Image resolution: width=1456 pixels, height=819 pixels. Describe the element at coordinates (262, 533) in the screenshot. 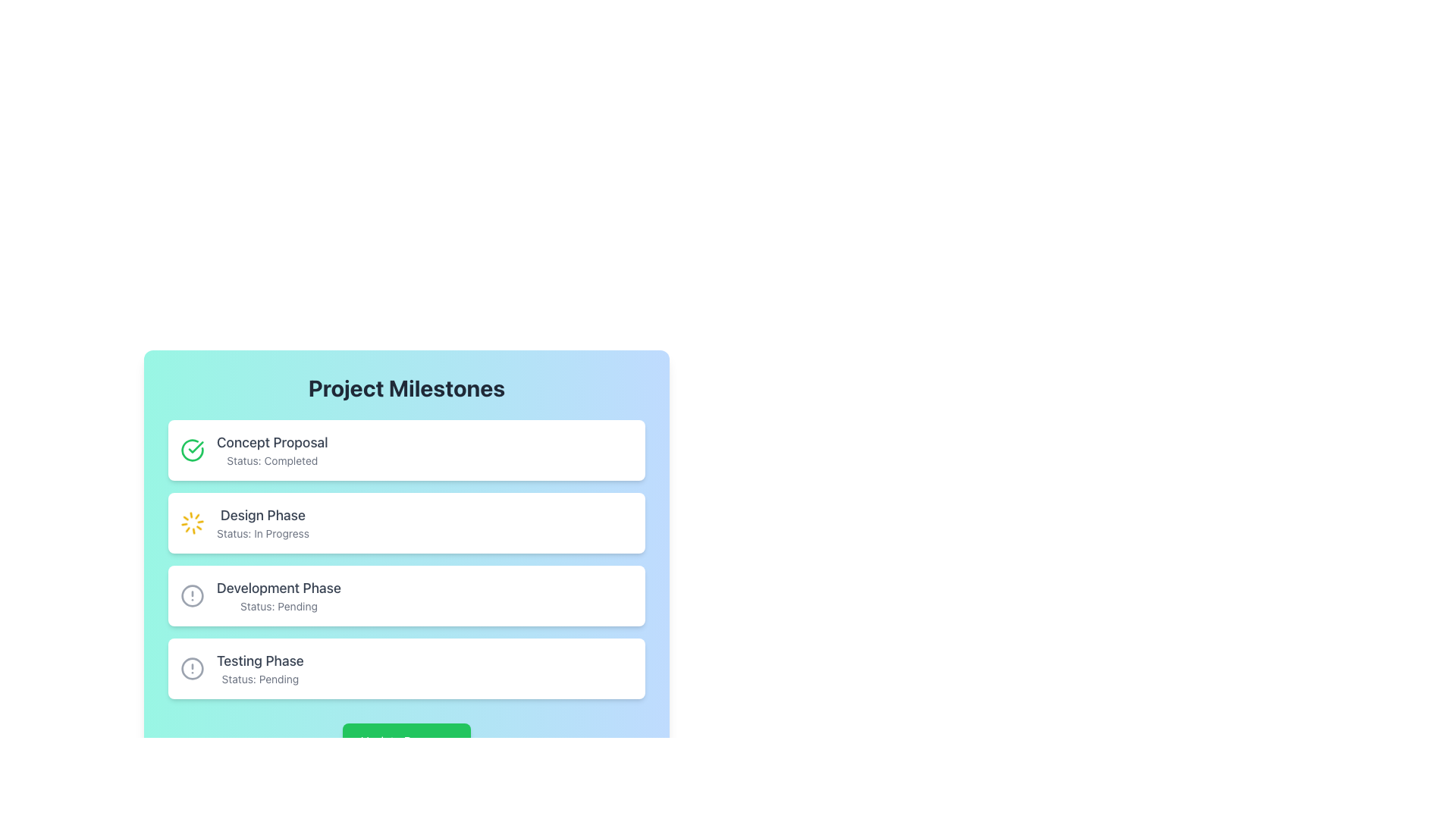

I see `the informational text label indicating the current status of the project phase as 'In Progress' located below the 'Design Phase' headline in the 'Project Milestones' list` at that location.